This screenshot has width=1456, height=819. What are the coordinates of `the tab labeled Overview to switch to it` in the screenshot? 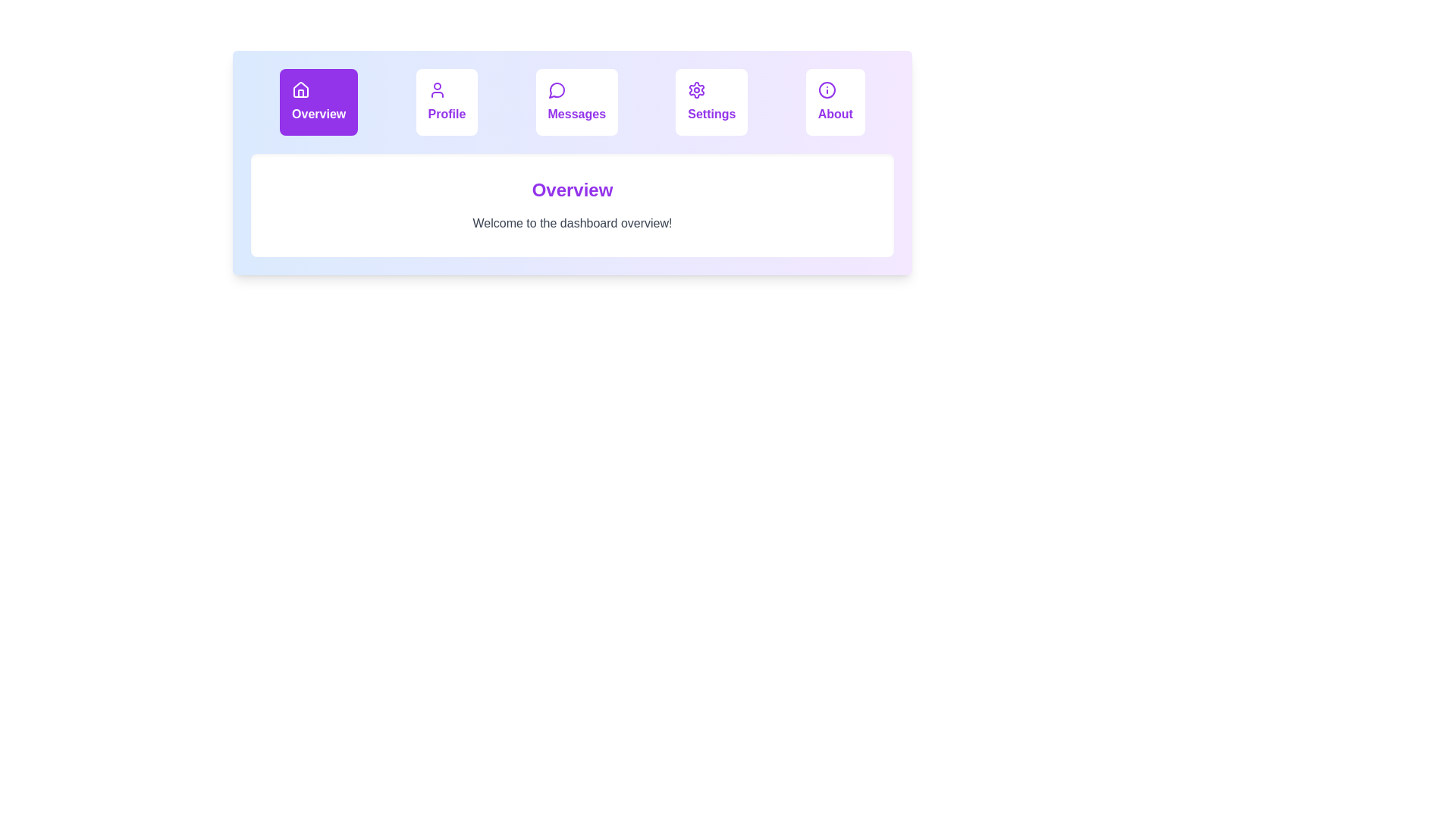 It's located at (318, 102).